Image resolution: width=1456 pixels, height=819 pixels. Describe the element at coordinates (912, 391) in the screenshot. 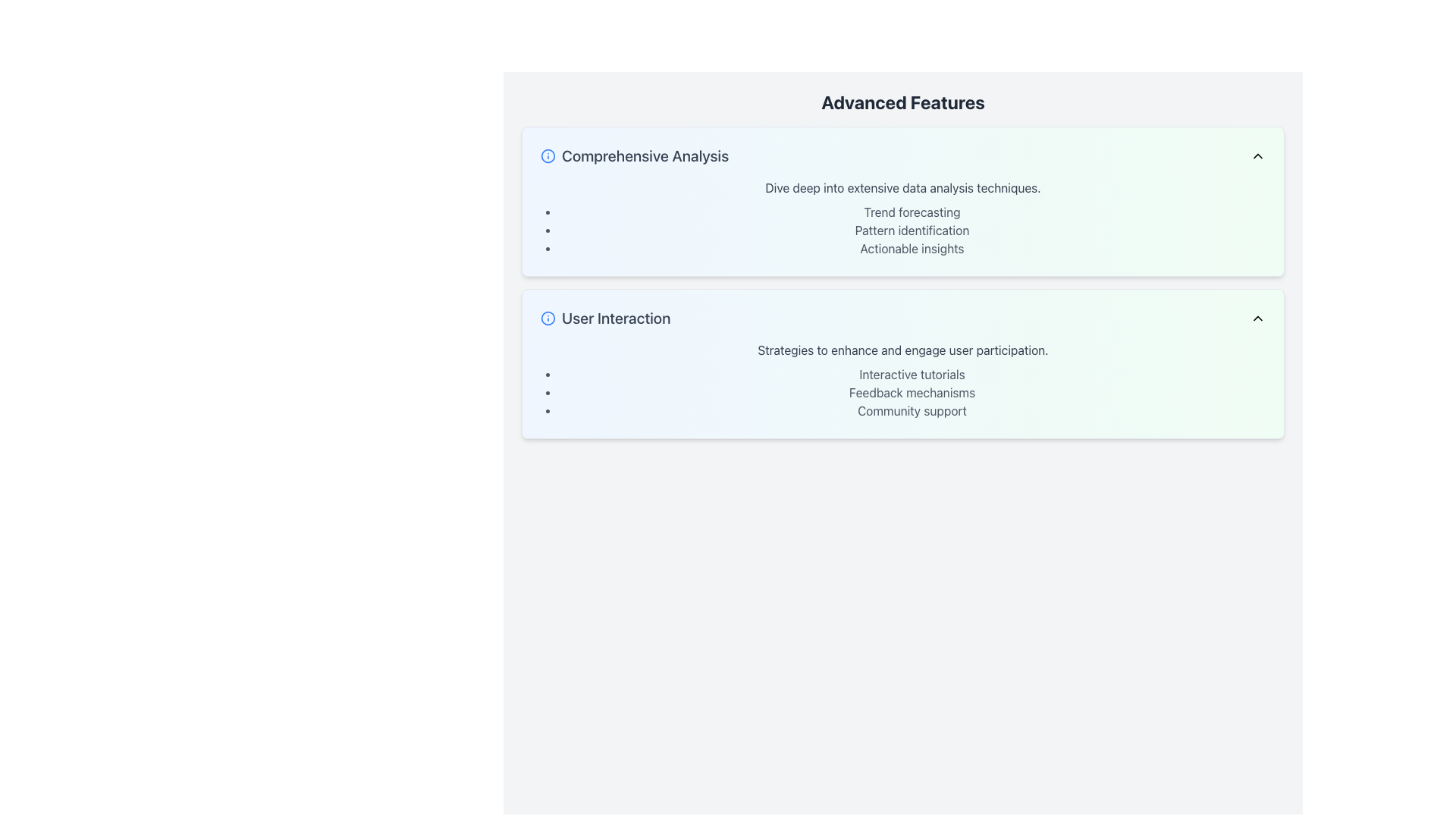

I see `the second Text Label in the 'User Interaction' category, which represents a sub-feature or topic` at that location.